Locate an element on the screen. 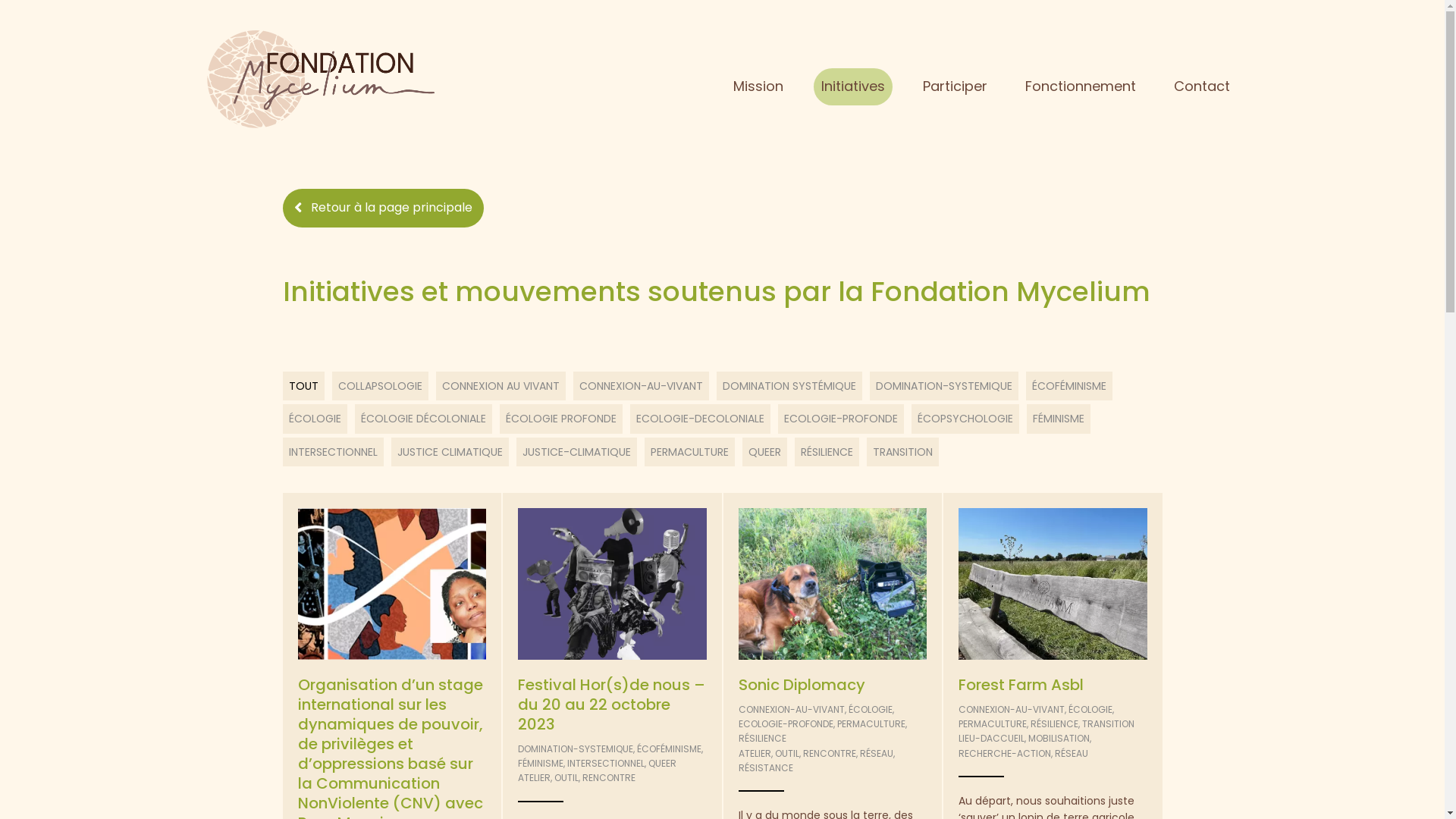 This screenshot has width=1456, height=819. 'Initiatives' is located at coordinates (852, 86).